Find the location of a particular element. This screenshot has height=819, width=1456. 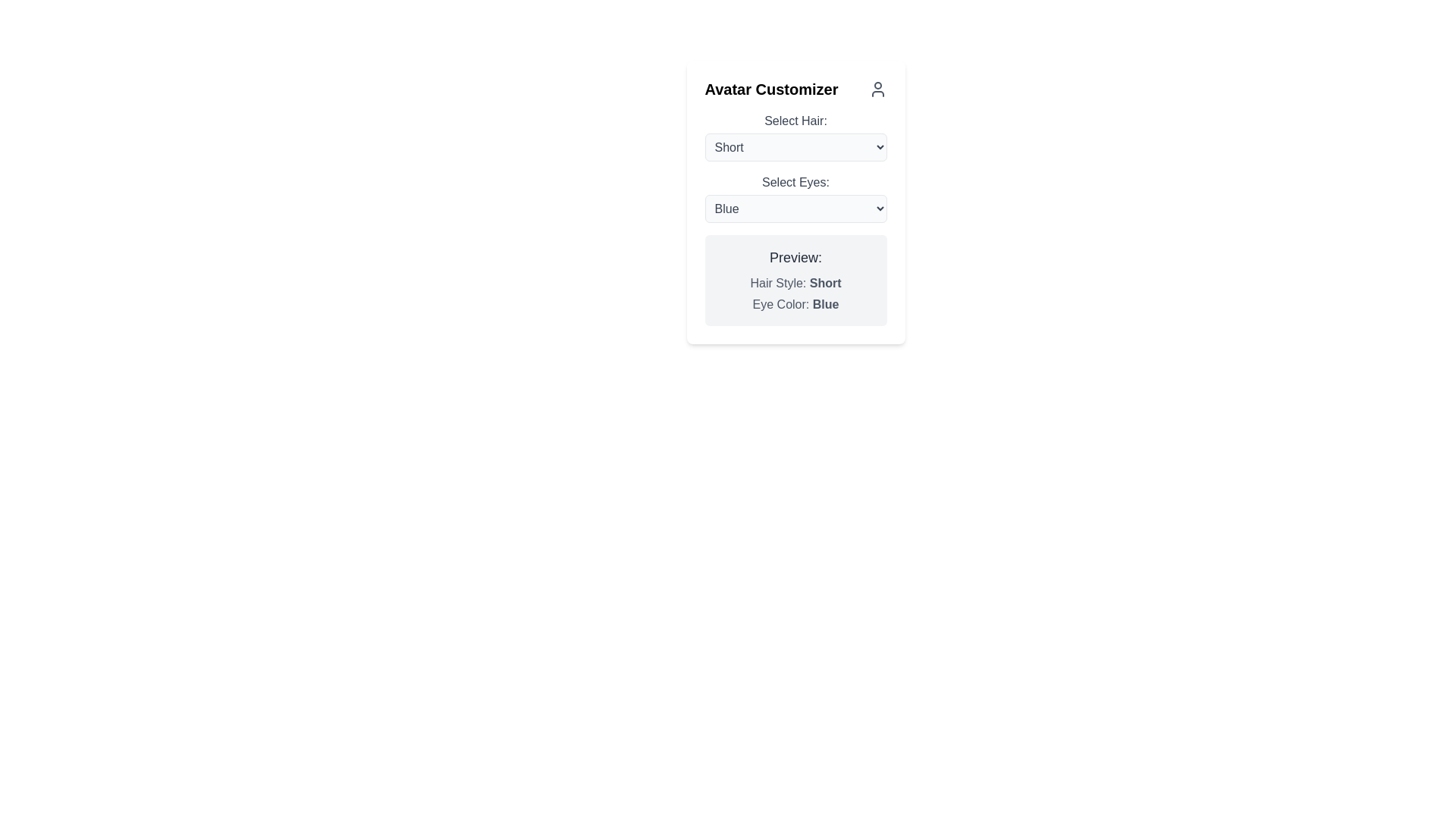

the 'Blue' text label indicating the selected eye color for the avatar customization, located beneath the 'Preview' heading and adjacent to the 'Hair Style: Short' descriptor is located at coordinates (825, 304).